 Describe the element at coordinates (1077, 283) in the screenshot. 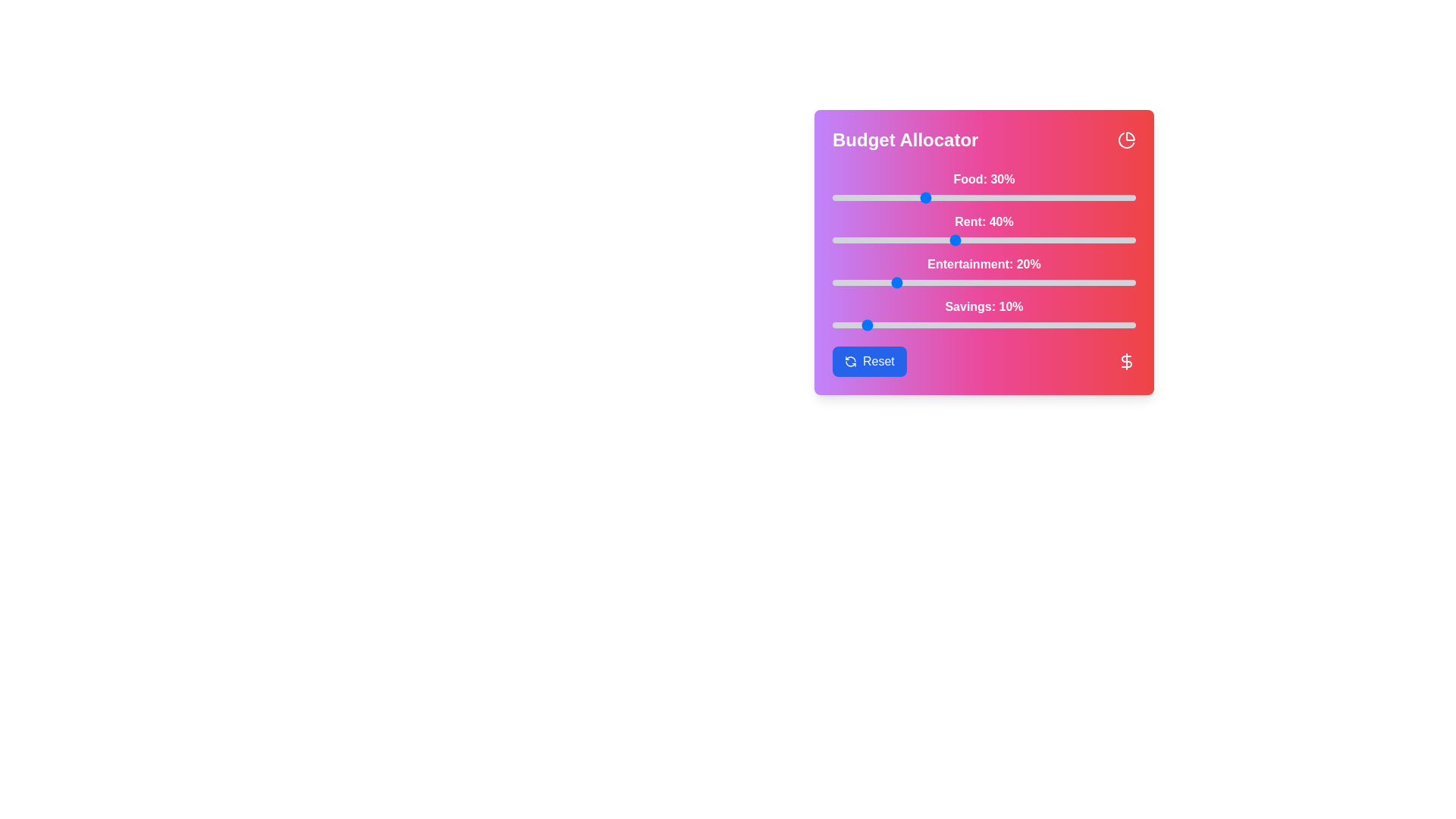

I see `the entertainment budget` at that location.